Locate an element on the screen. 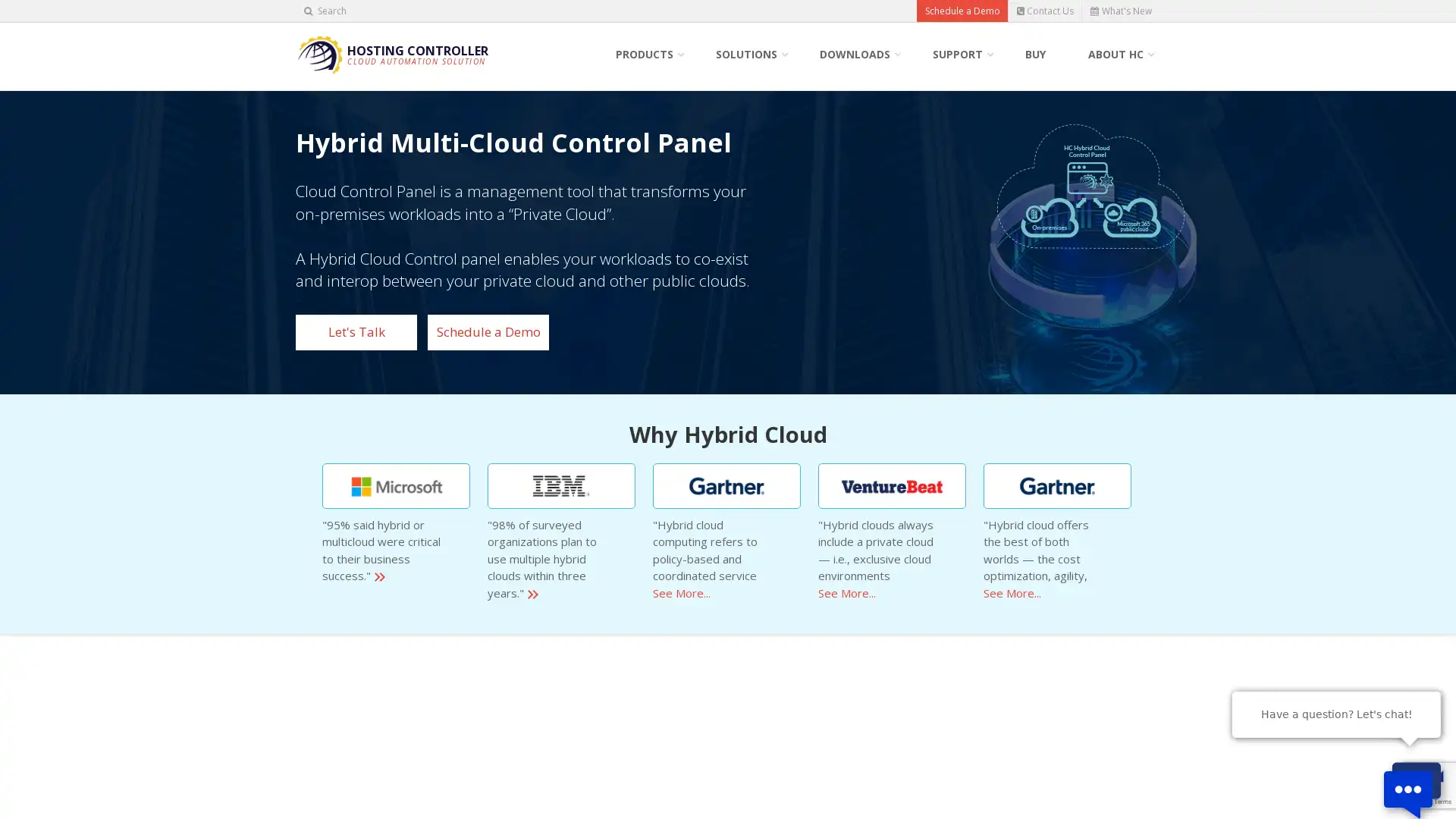 The width and height of the screenshot is (1456, 819). Smarter With Gartner is located at coordinates (726, 485).